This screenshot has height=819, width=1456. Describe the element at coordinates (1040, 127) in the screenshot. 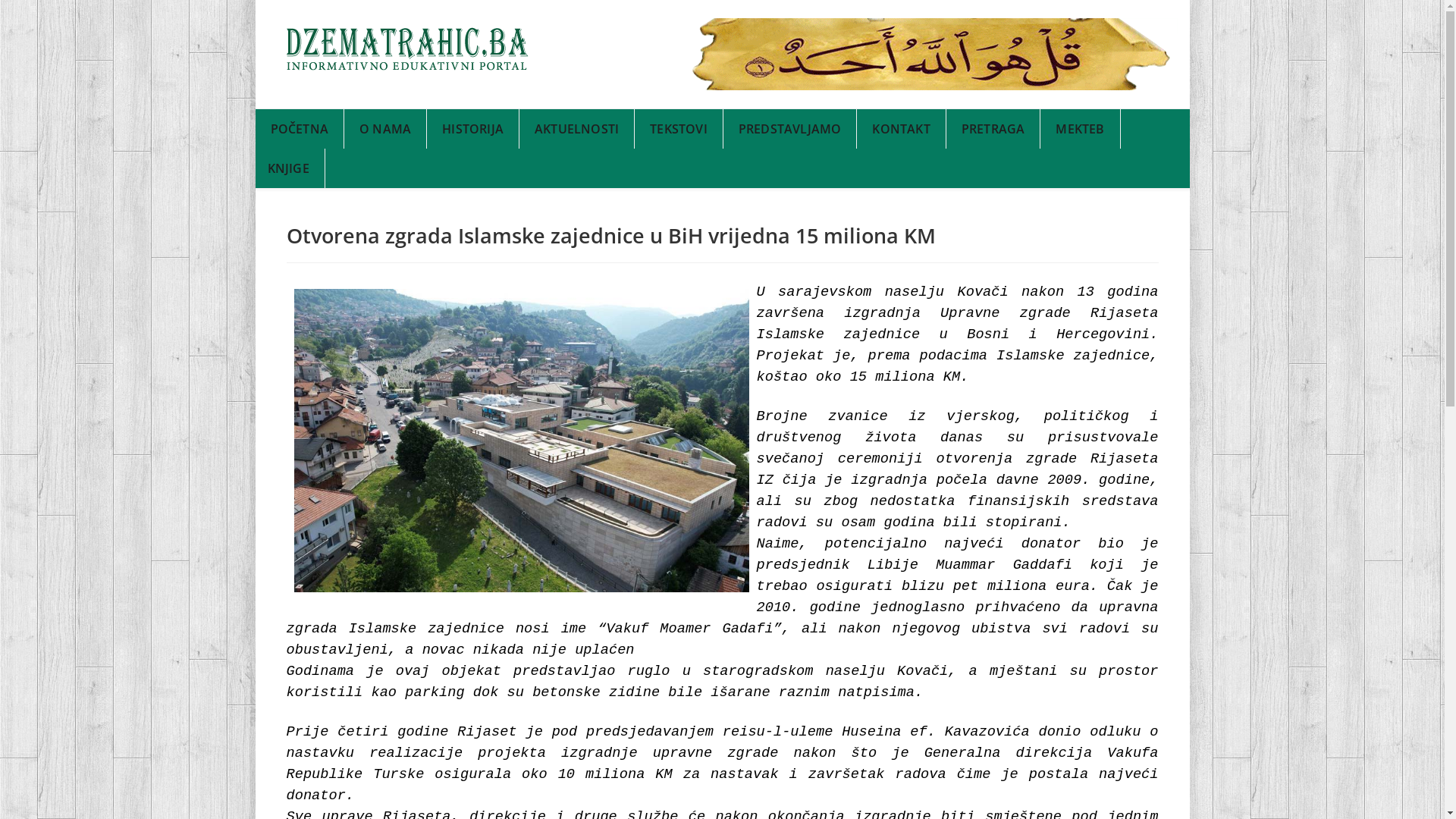

I see `'MEKTEB'` at that location.